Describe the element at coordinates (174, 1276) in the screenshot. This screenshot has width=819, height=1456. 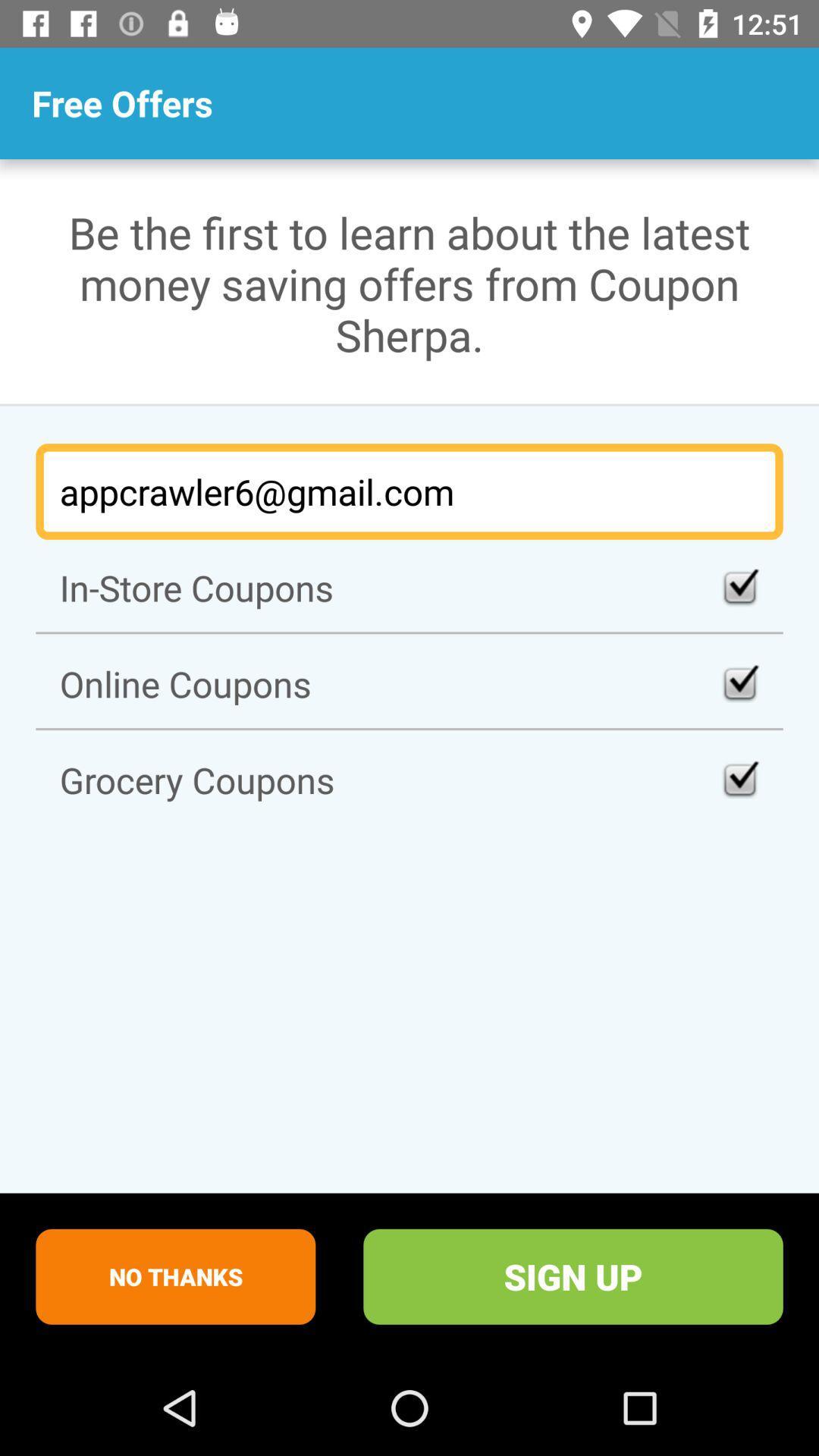
I see `the no thanks at the bottom left corner` at that location.